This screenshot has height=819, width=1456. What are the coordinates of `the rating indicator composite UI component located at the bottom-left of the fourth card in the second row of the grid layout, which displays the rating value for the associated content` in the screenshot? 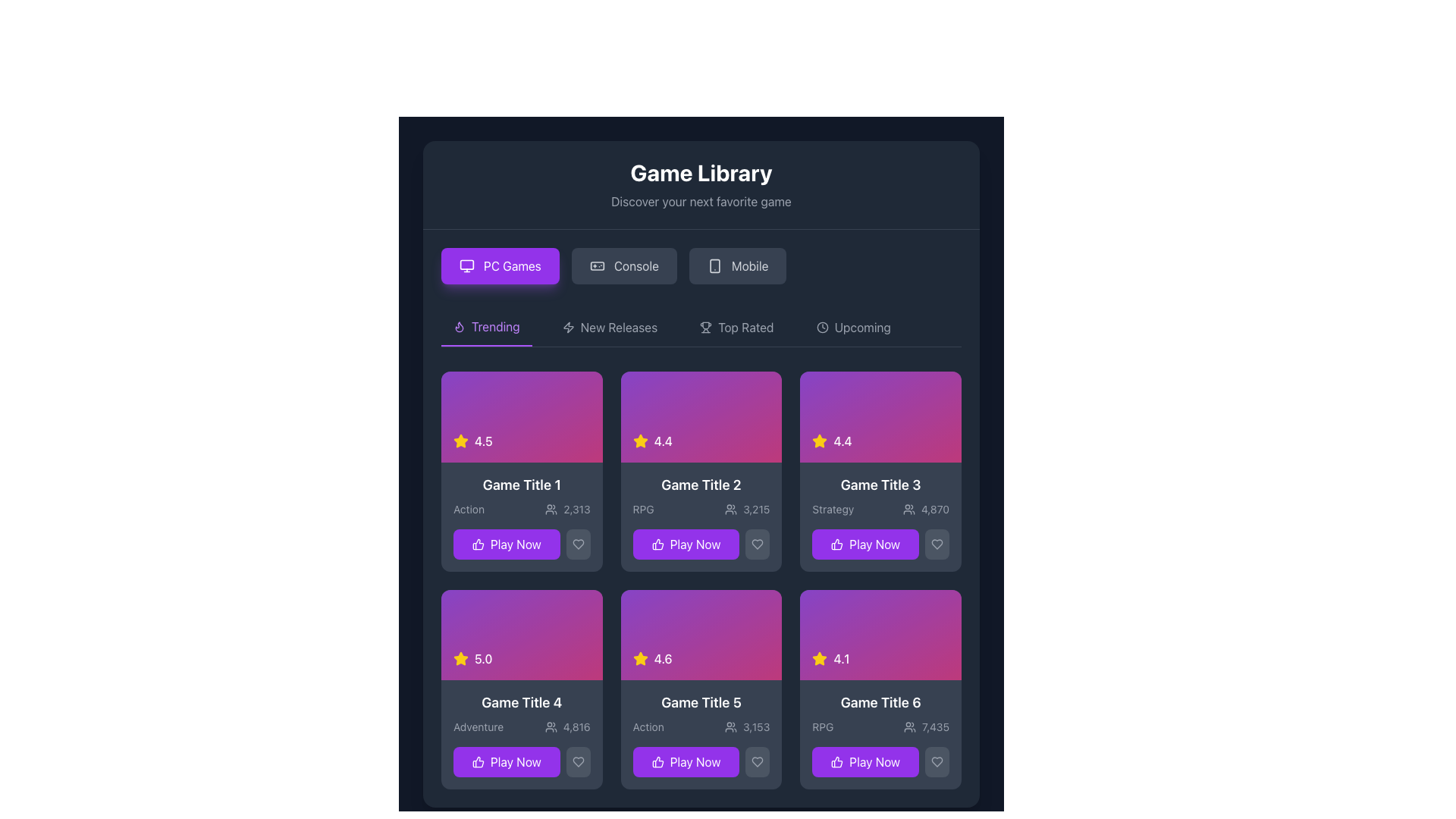 It's located at (472, 658).